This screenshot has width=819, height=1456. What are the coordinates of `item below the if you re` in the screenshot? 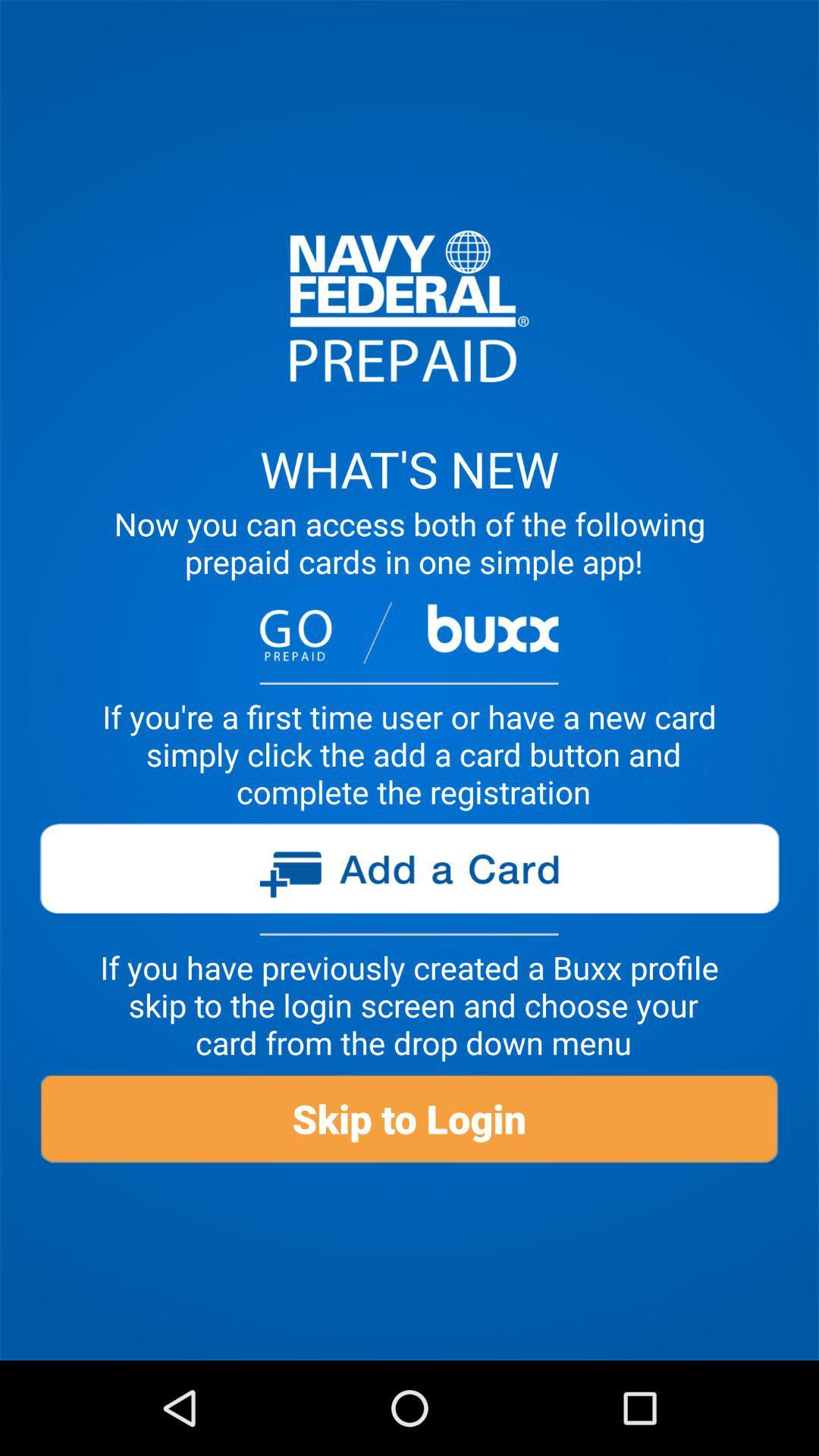 It's located at (408, 874).